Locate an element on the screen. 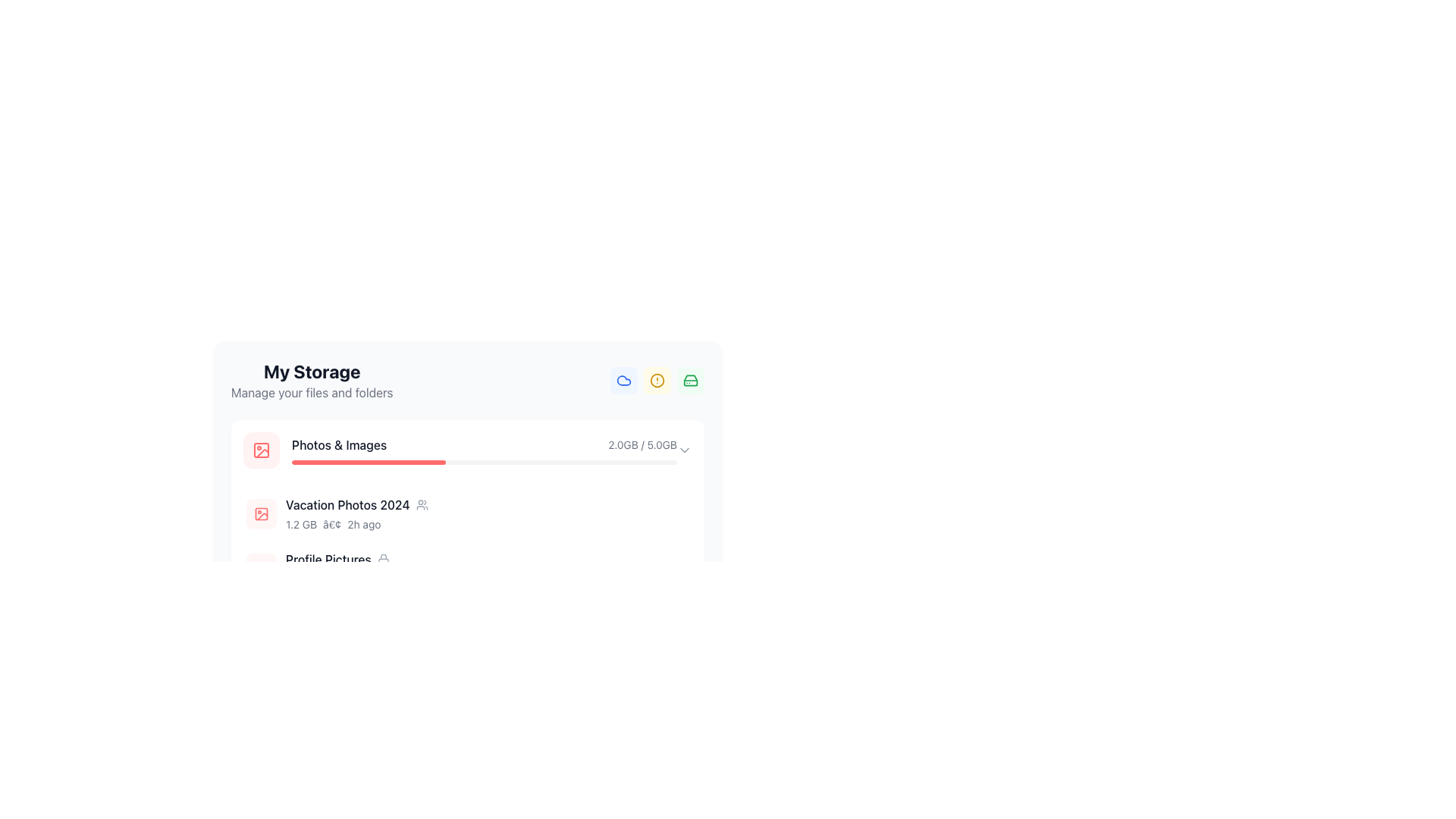 Image resolution: width=1456 pixels, height=819 pixels. the warning or alert icon located between a blue-themed button and a green-themed button is located at coordinates (657, 379).